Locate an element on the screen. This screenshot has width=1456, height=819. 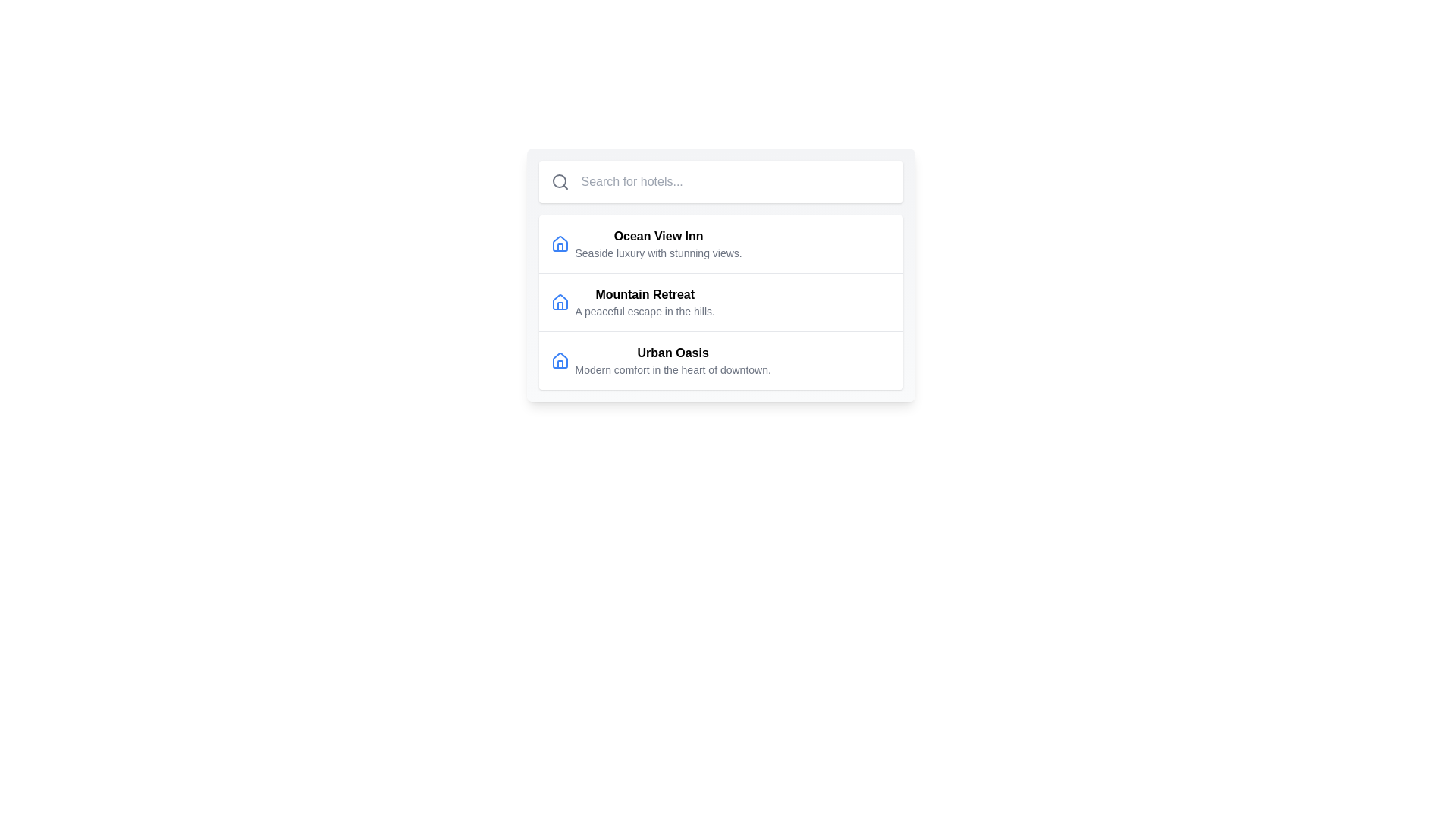
the icon that identifies the 'Ocean View Inn' entry in the list, located on the left side of the entry, adjacent to the text 'Ocean View Inn' and 'Seaside luxury with stunning views.' is located at coordinates (559, 243).